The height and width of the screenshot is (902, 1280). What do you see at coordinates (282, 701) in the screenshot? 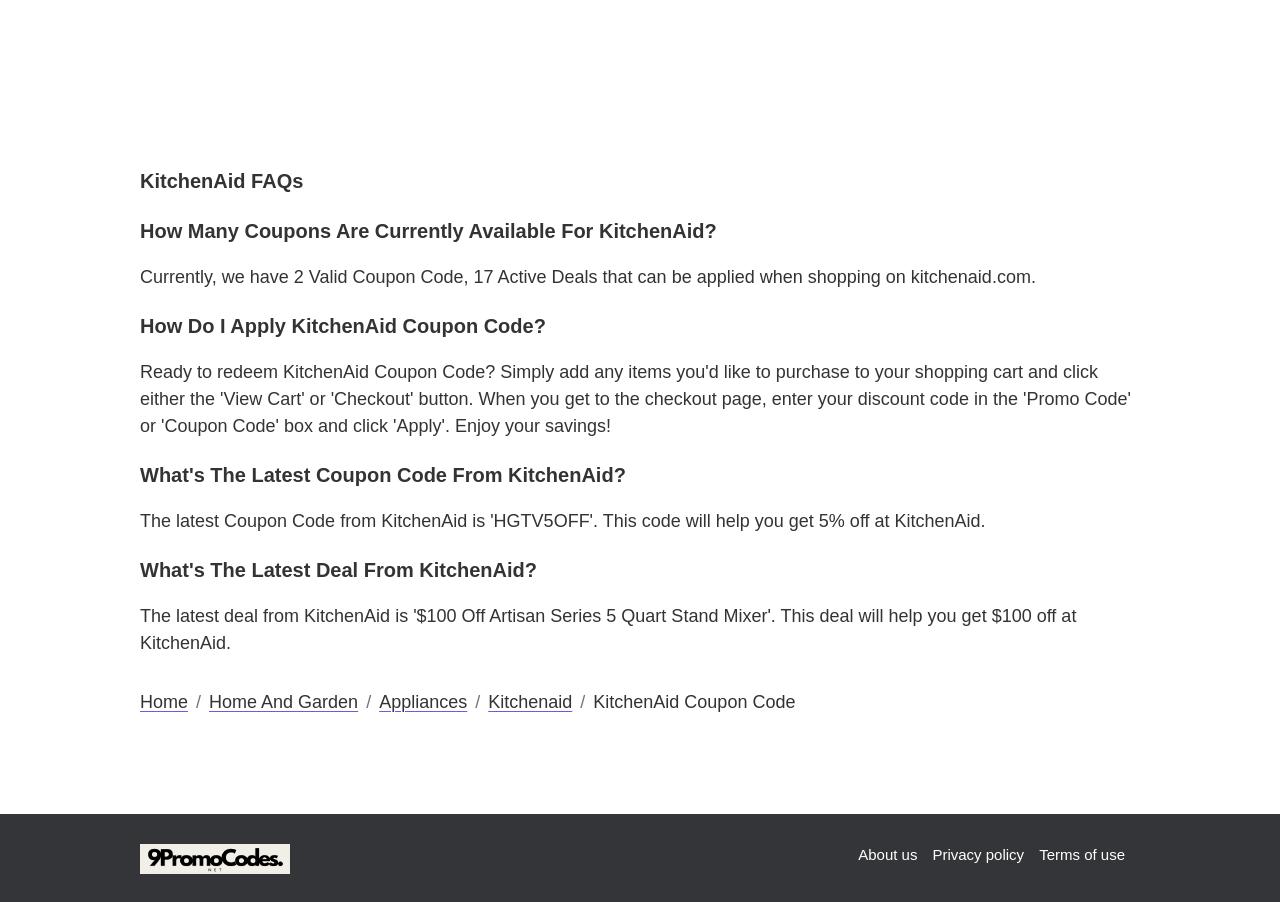
I see `'Home And Garden'` at bounding box center [282, 701].